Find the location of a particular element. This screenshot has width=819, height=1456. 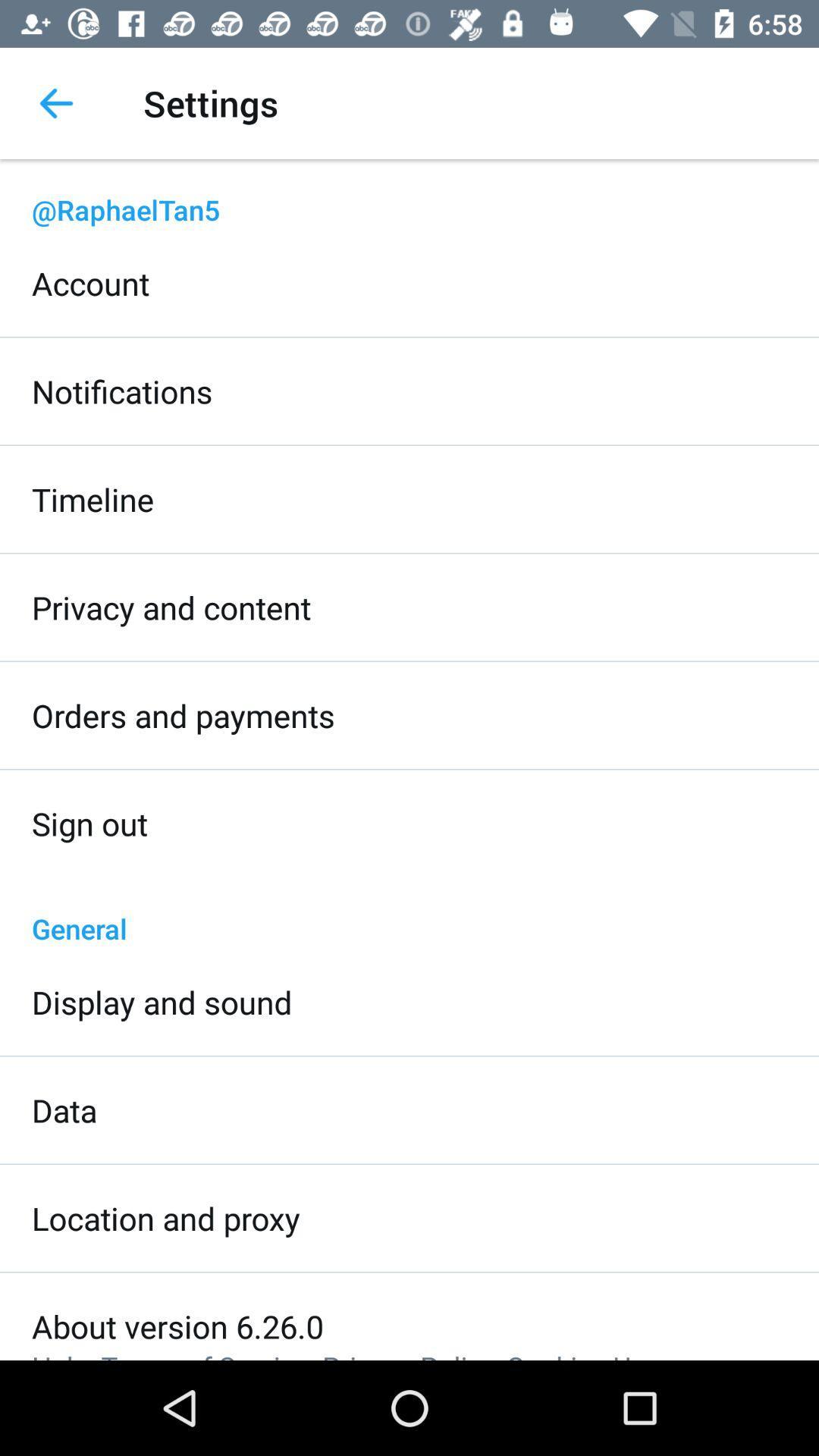

the about version 6 is located at coordinates (177, 1325).